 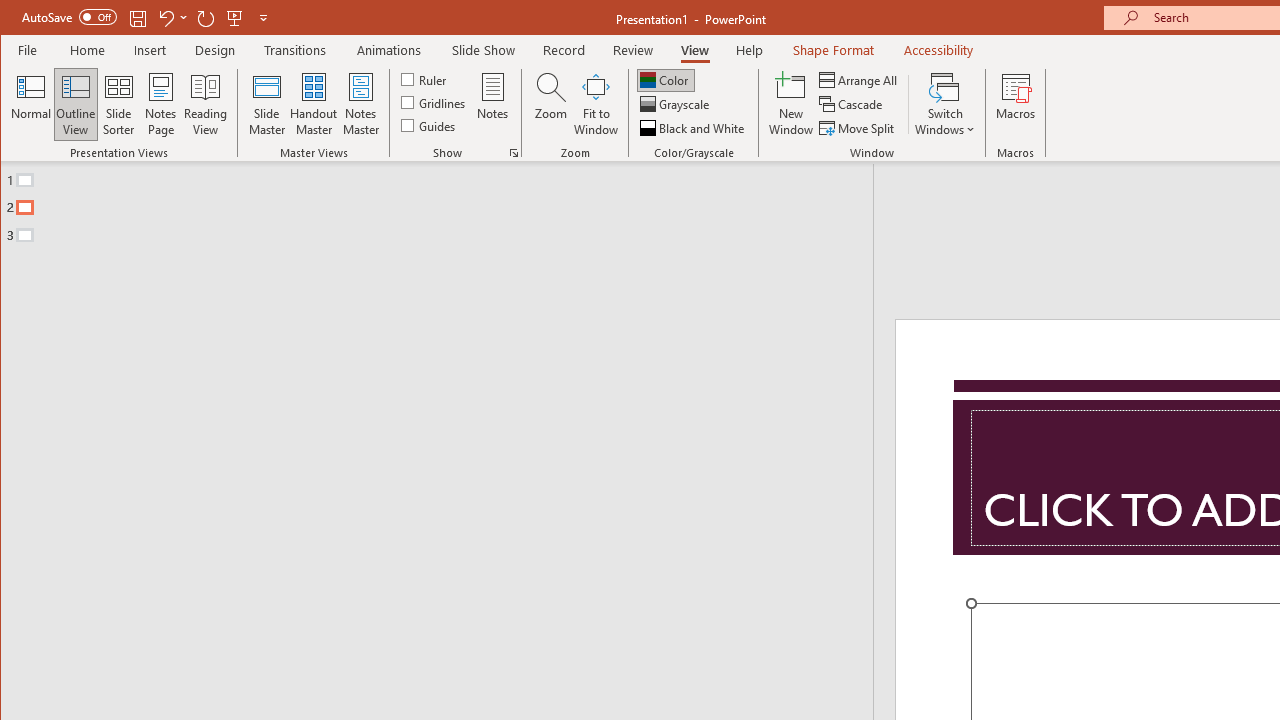 What do you see at coordinates (790, 104) in the screenshot?
I see `'New Window'` at bounding box center [790, 104].